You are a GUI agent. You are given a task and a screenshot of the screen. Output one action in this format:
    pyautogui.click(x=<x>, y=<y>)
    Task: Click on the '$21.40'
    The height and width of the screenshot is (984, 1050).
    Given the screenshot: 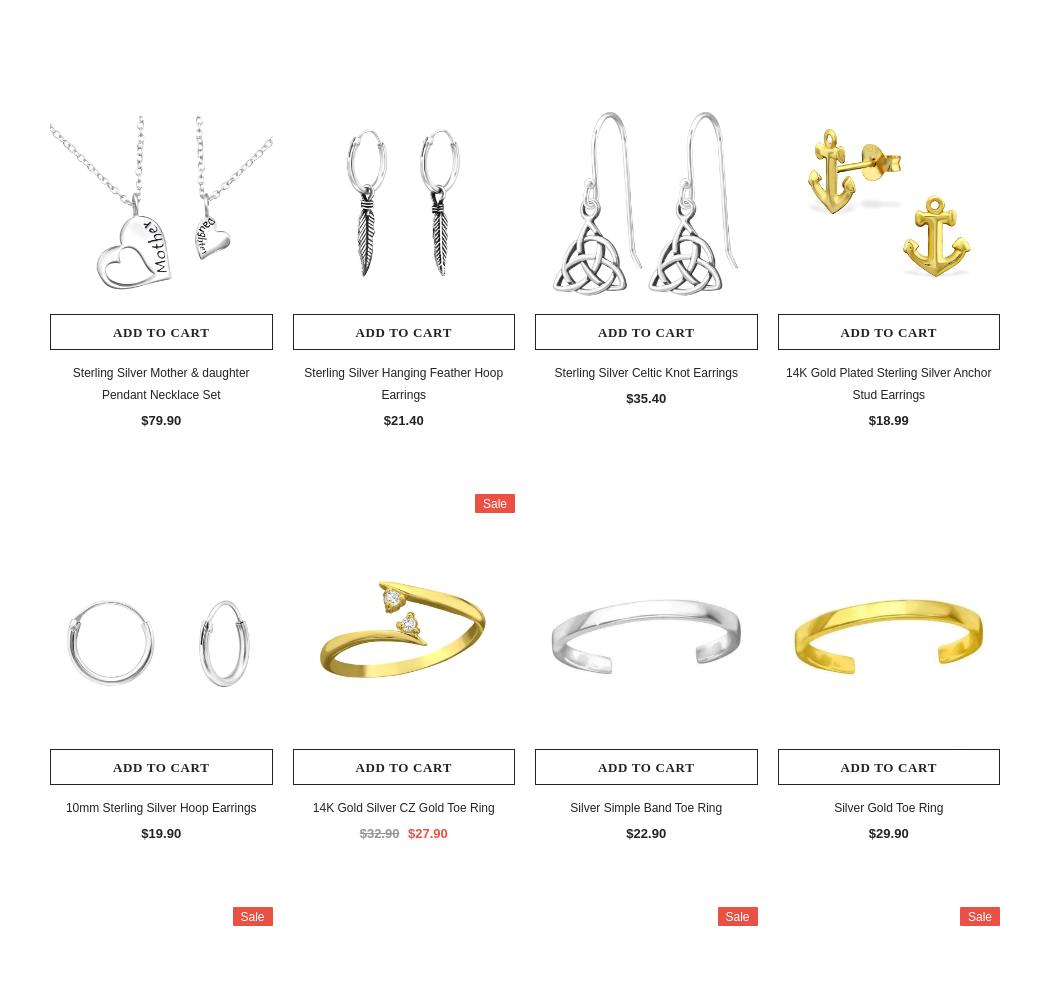 What is the action you would take?
    pyautogui.click(x=383, y=420)
    